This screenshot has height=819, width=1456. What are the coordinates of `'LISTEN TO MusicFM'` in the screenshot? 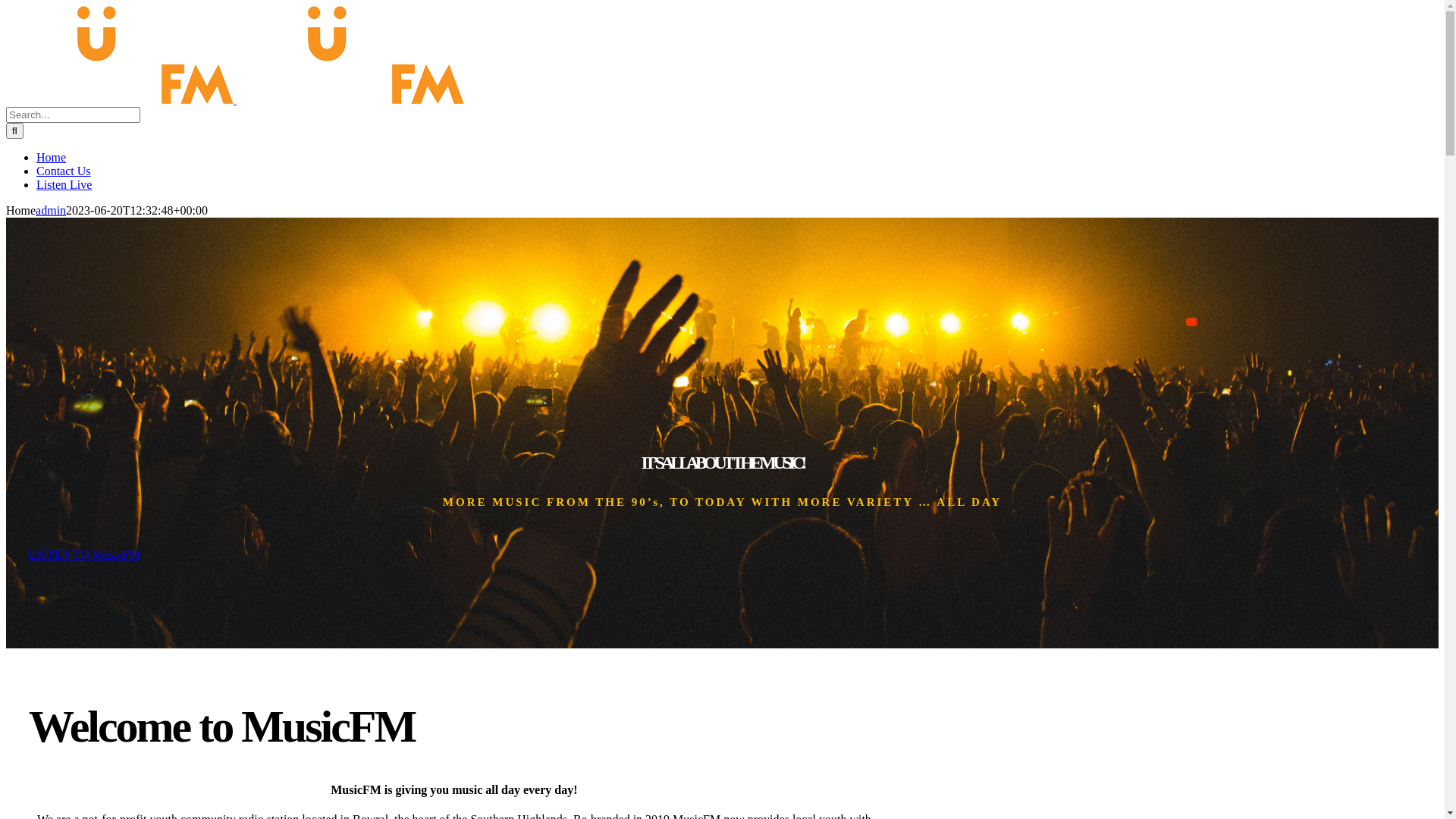 It's located at (83, 554).